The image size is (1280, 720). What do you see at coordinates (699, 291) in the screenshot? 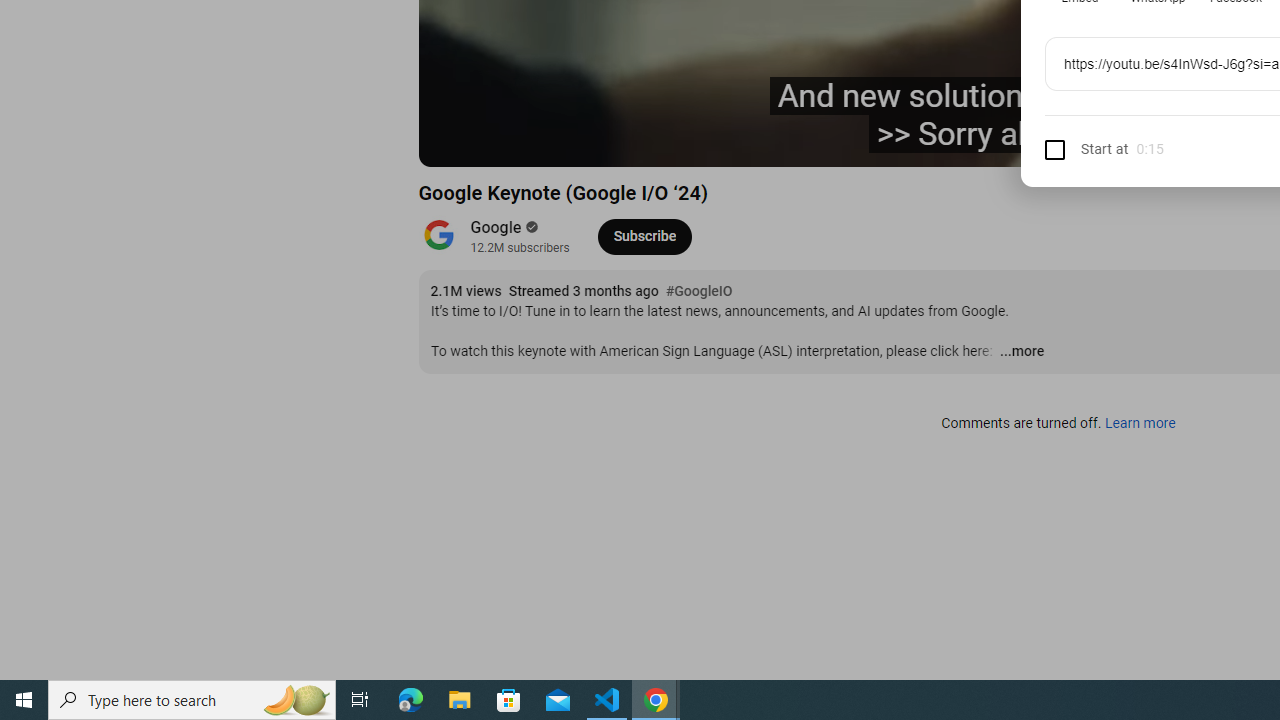
I see `'#GoogleIO'` at bounding box center [699, 291].